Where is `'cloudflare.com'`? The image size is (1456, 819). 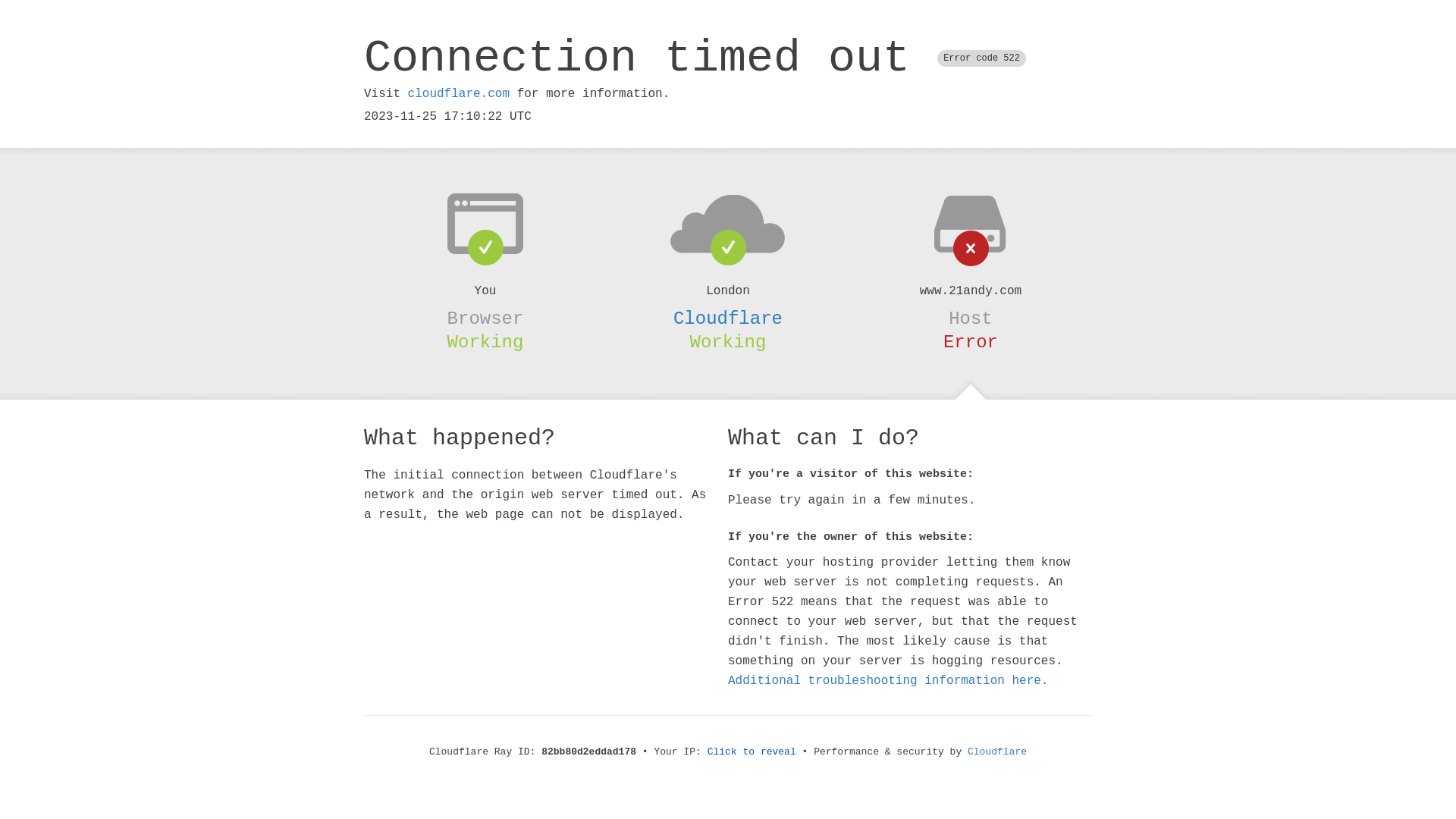
'cloudflare.com' is located at coordinates (407, 93).